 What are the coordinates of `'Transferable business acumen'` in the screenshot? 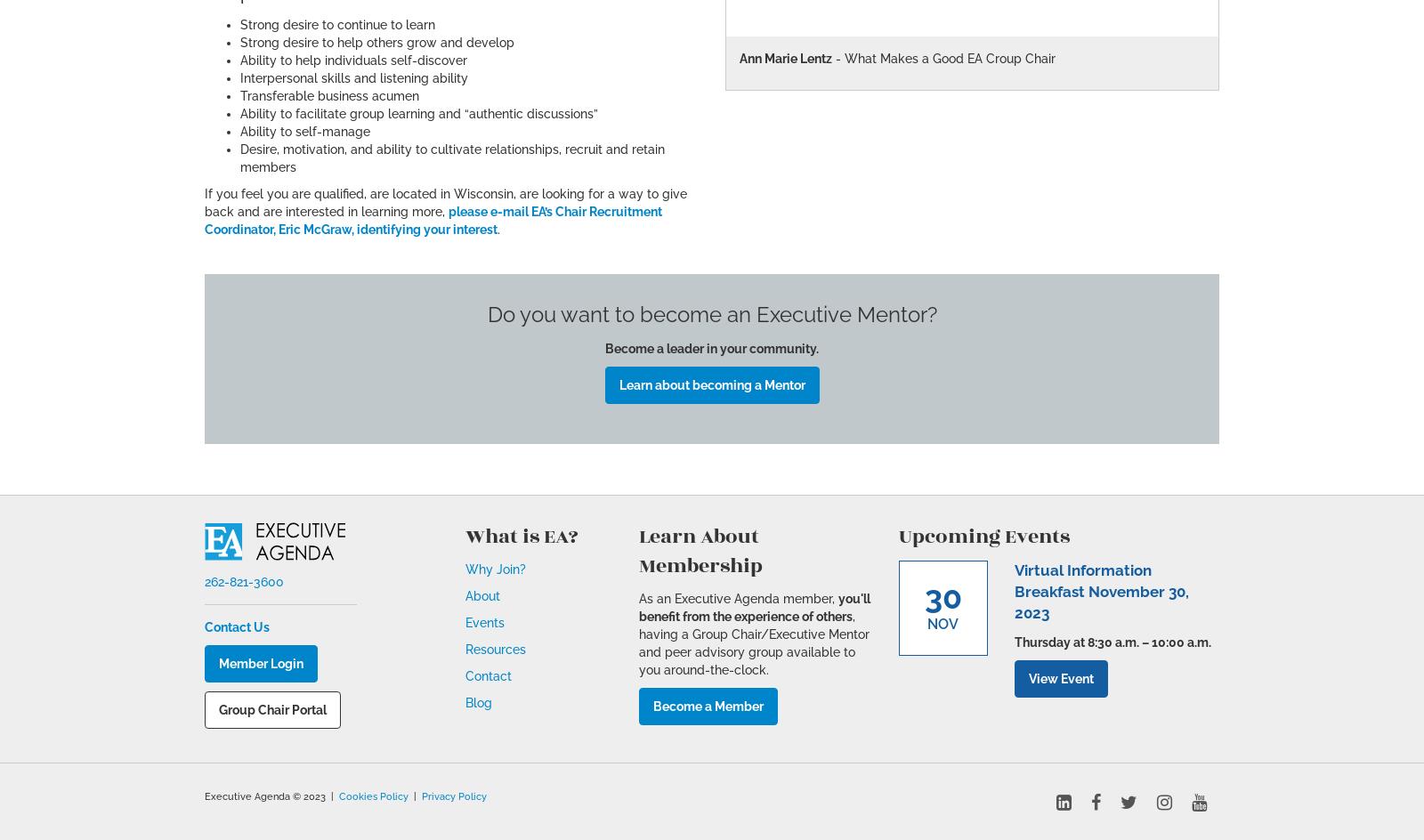 It's located at (240, 94).